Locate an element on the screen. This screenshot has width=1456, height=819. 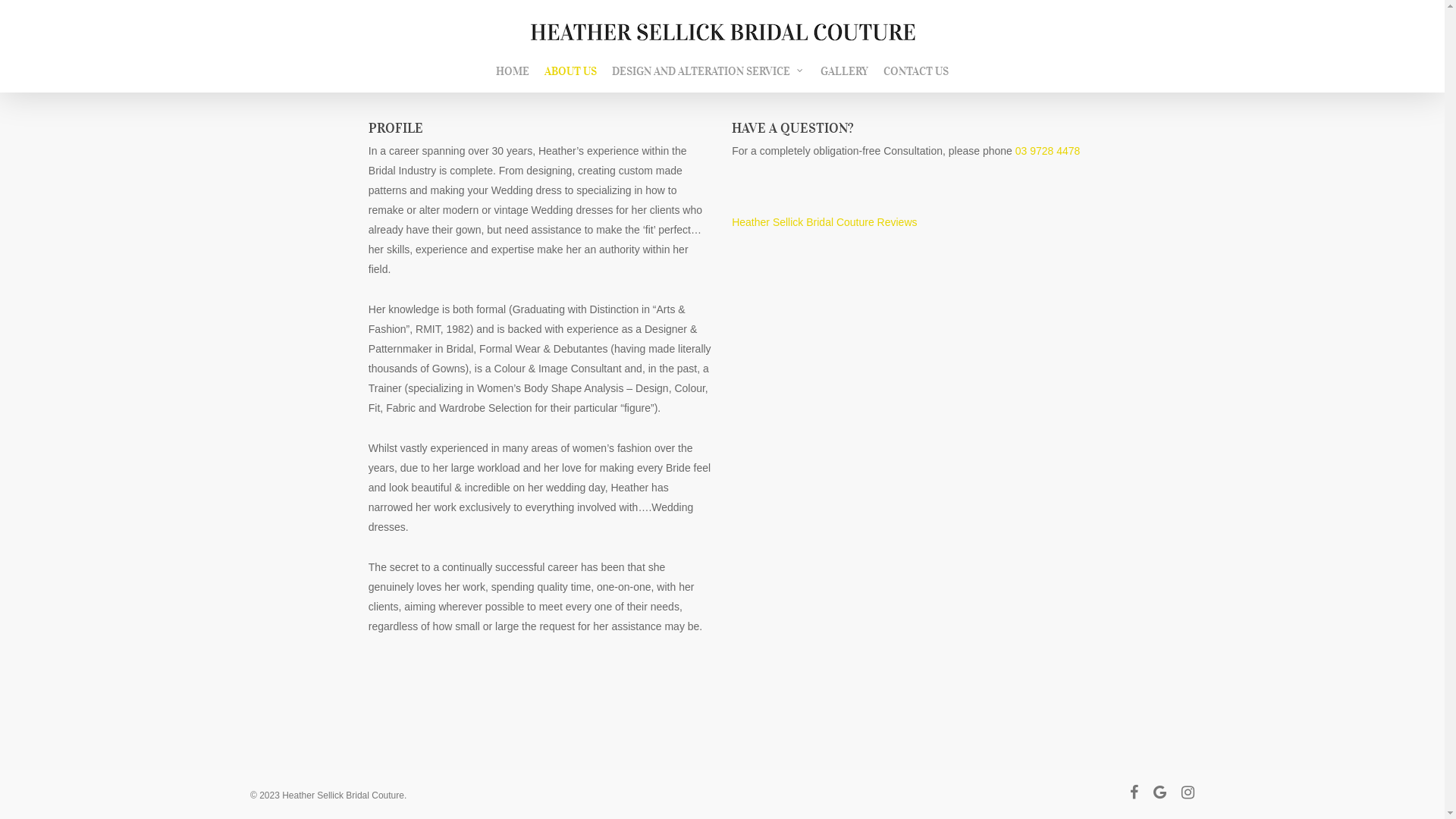
'DESIGN AND ALTERATION SERVICE' is located at coordinates (603, 79).